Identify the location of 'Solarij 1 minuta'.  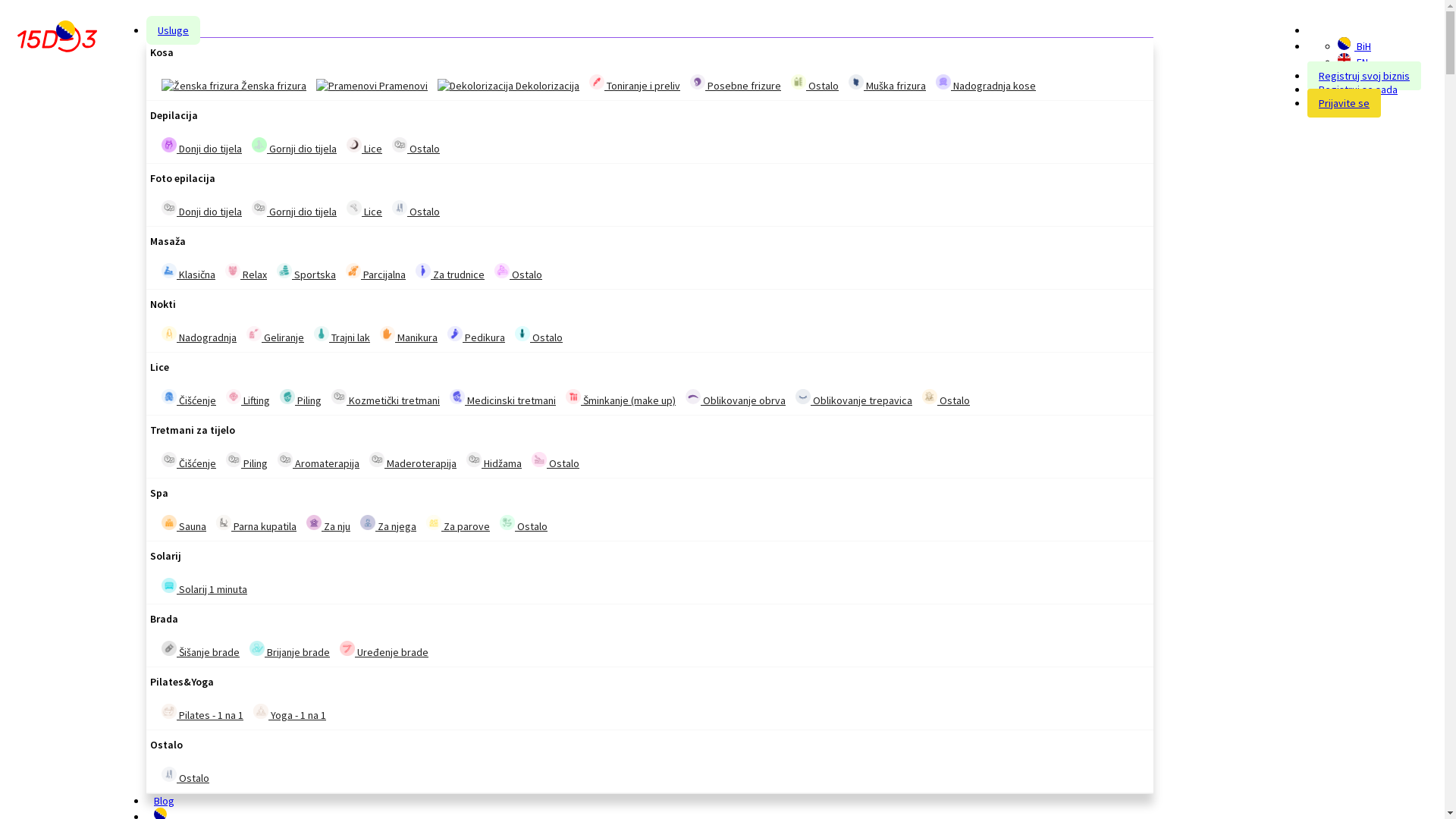
(161, 584).